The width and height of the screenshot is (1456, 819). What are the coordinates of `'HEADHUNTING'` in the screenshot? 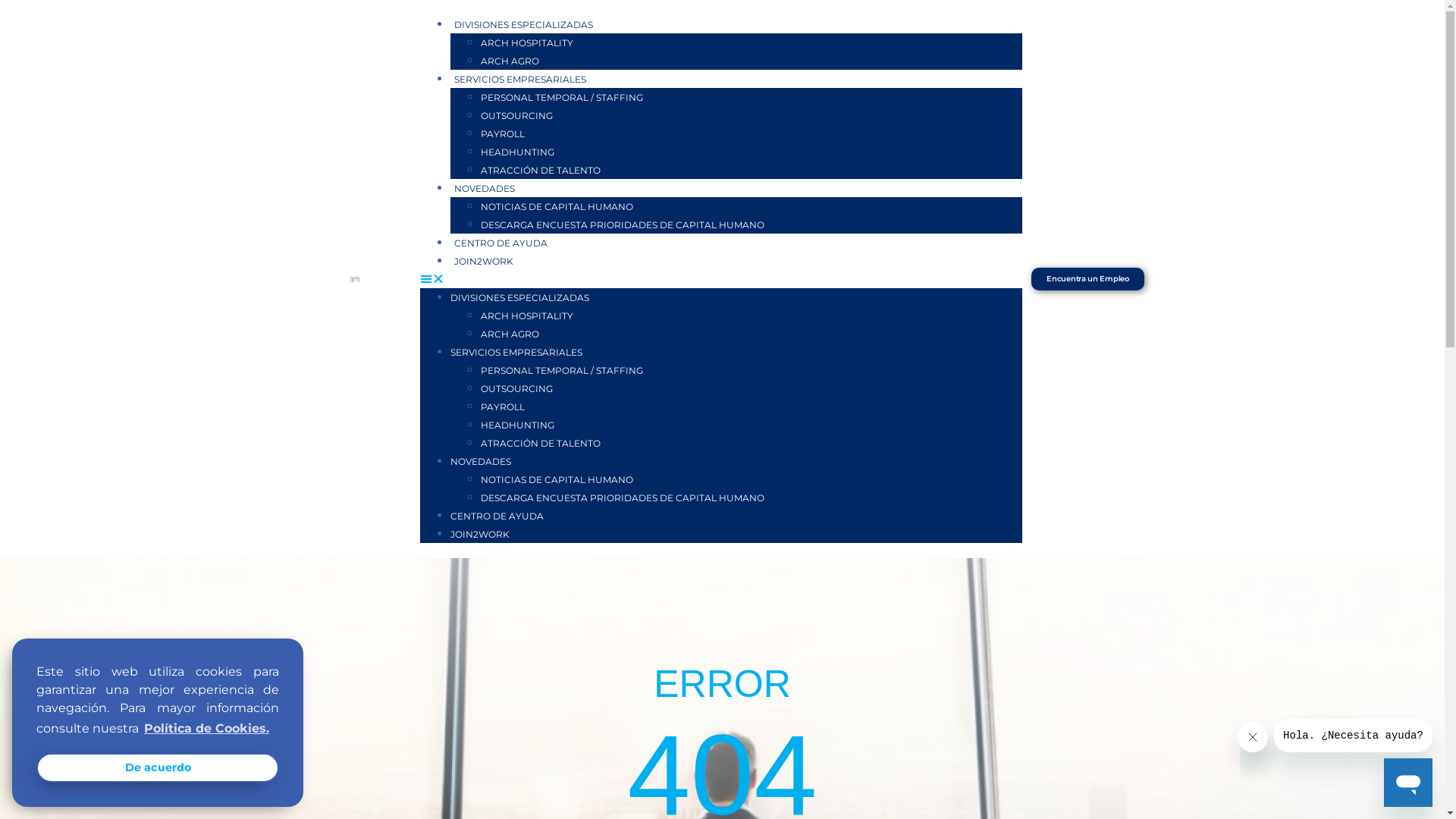 It's located at (479, 425).